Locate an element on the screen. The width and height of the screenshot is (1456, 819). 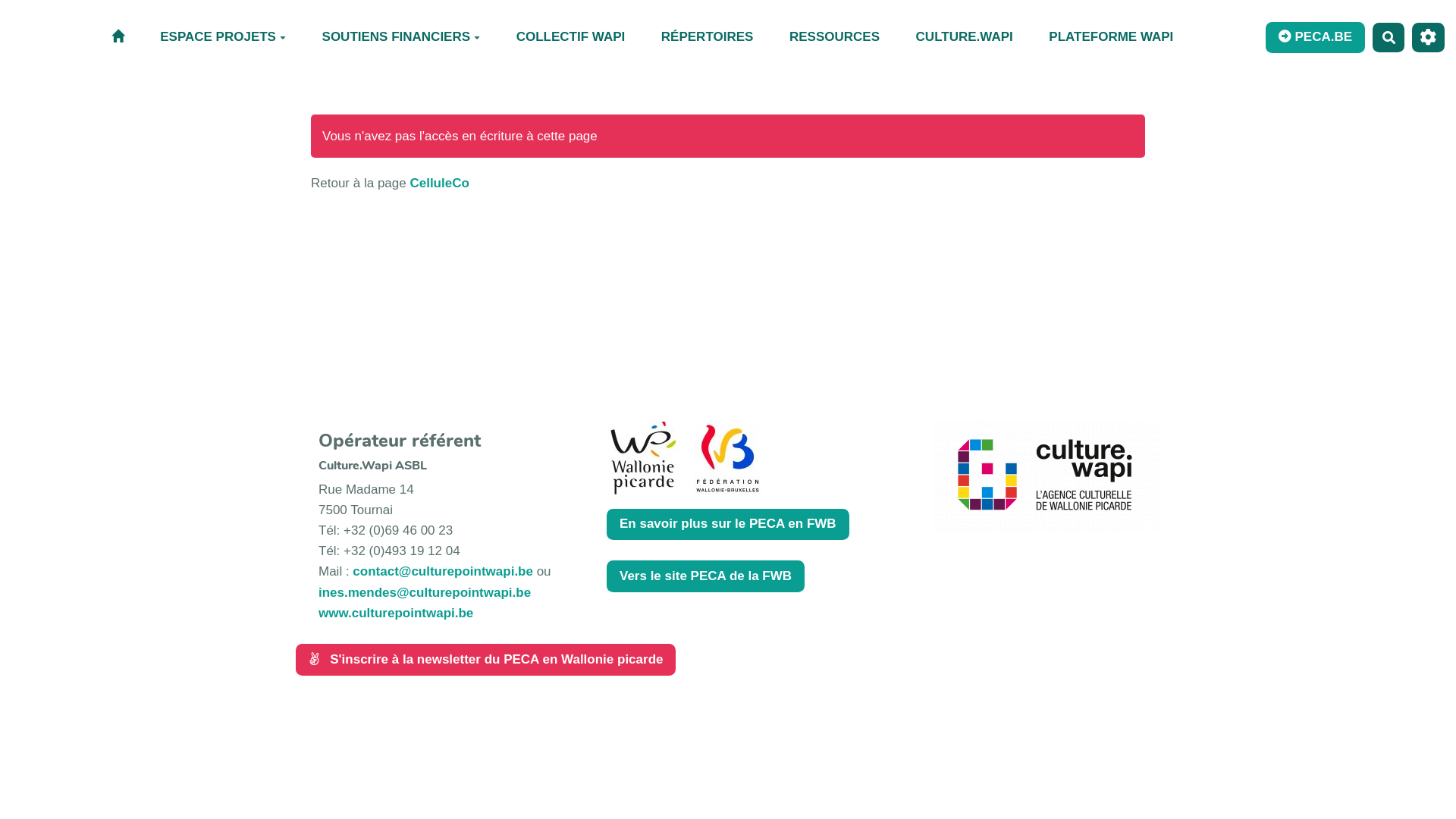
'CULTURE.WAPI' is located at coordinates (964, 36).